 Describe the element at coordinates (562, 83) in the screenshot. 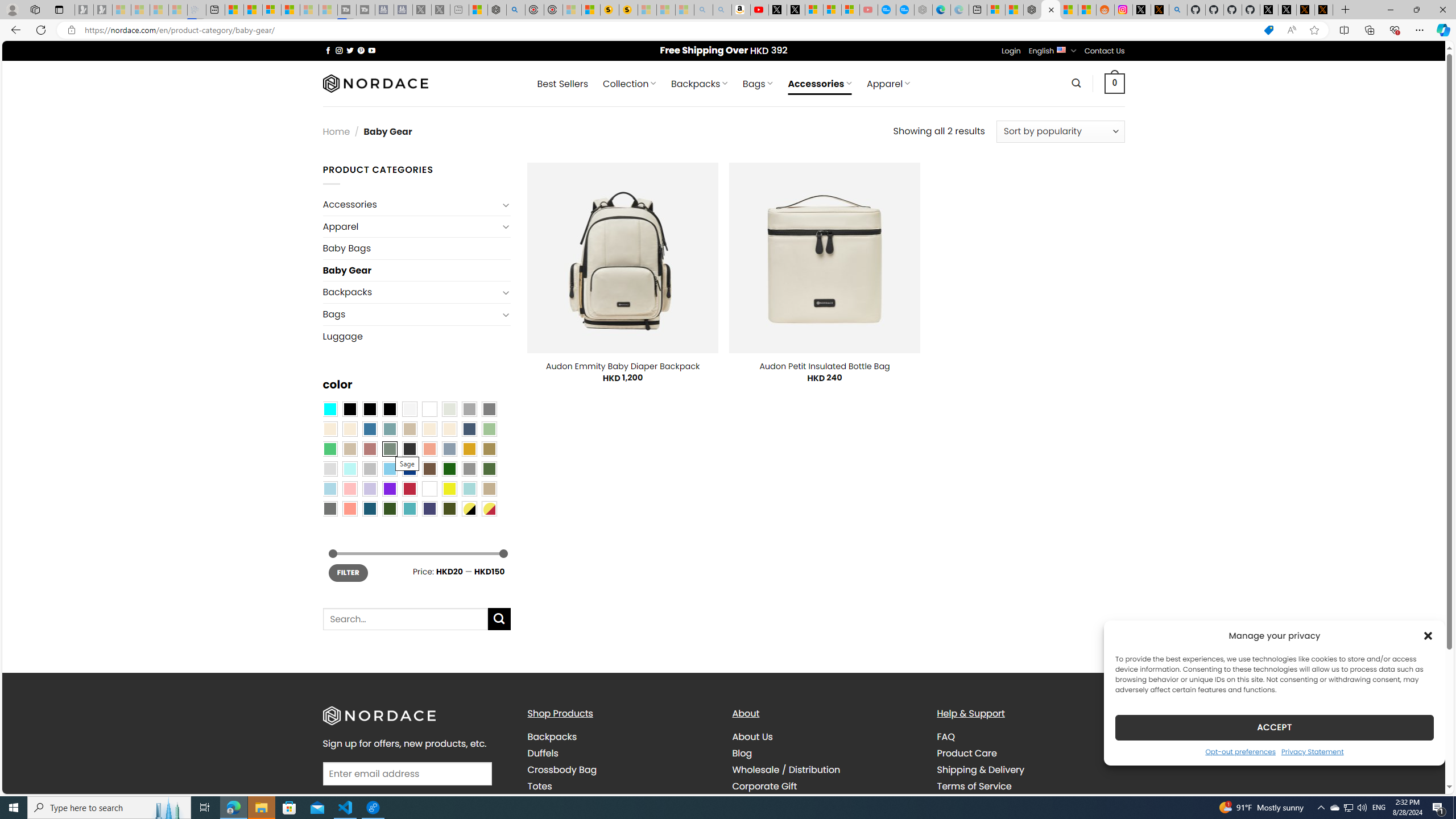

I see `' Best Sellers'` at that location.